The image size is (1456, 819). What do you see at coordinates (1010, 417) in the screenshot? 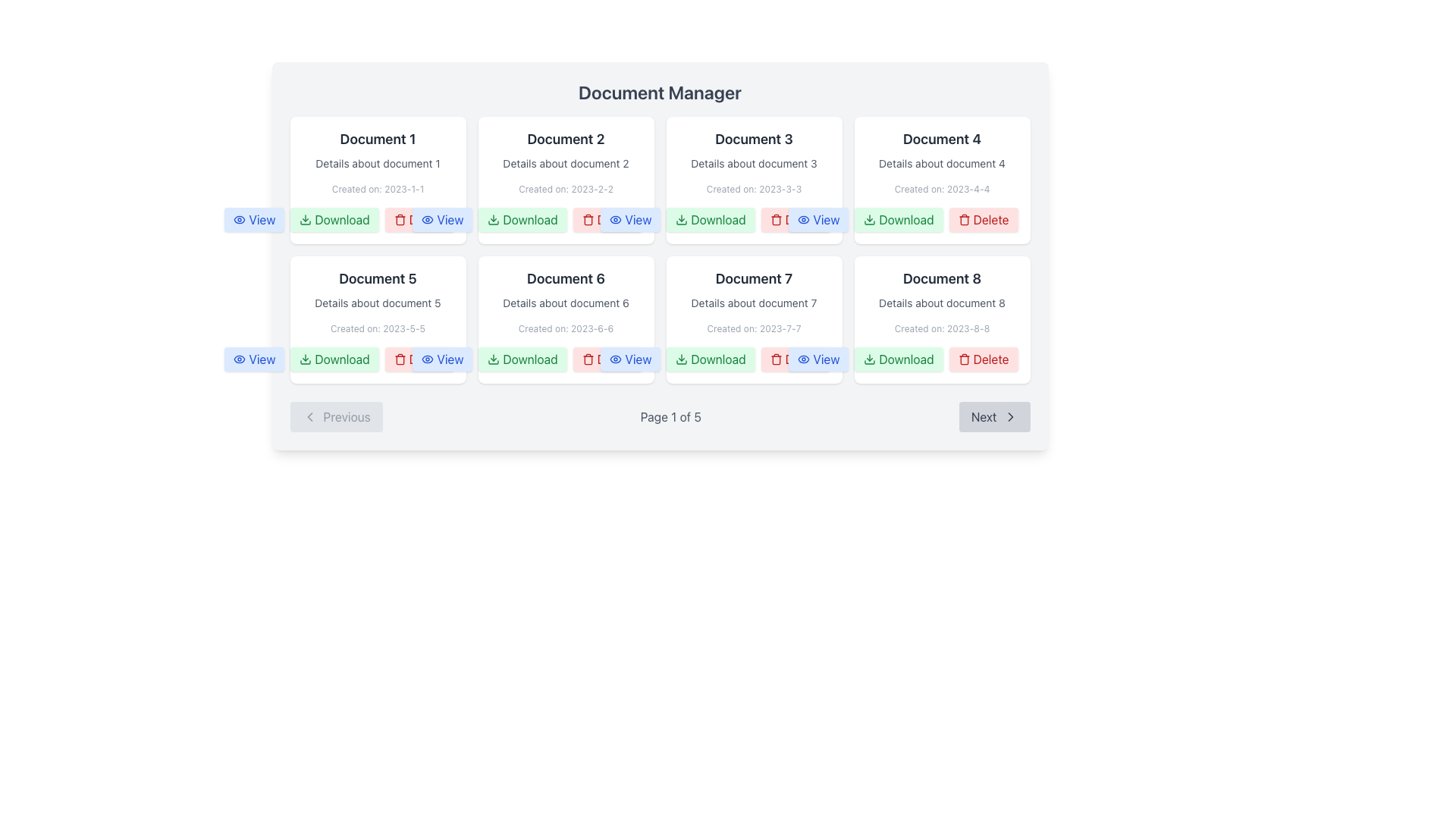
I see `the small right-pointing arrow icon, which is the chevron embellishment of the 'Next' button located at the bottom-right corner of the interface` at bounding box center [1010, 417].